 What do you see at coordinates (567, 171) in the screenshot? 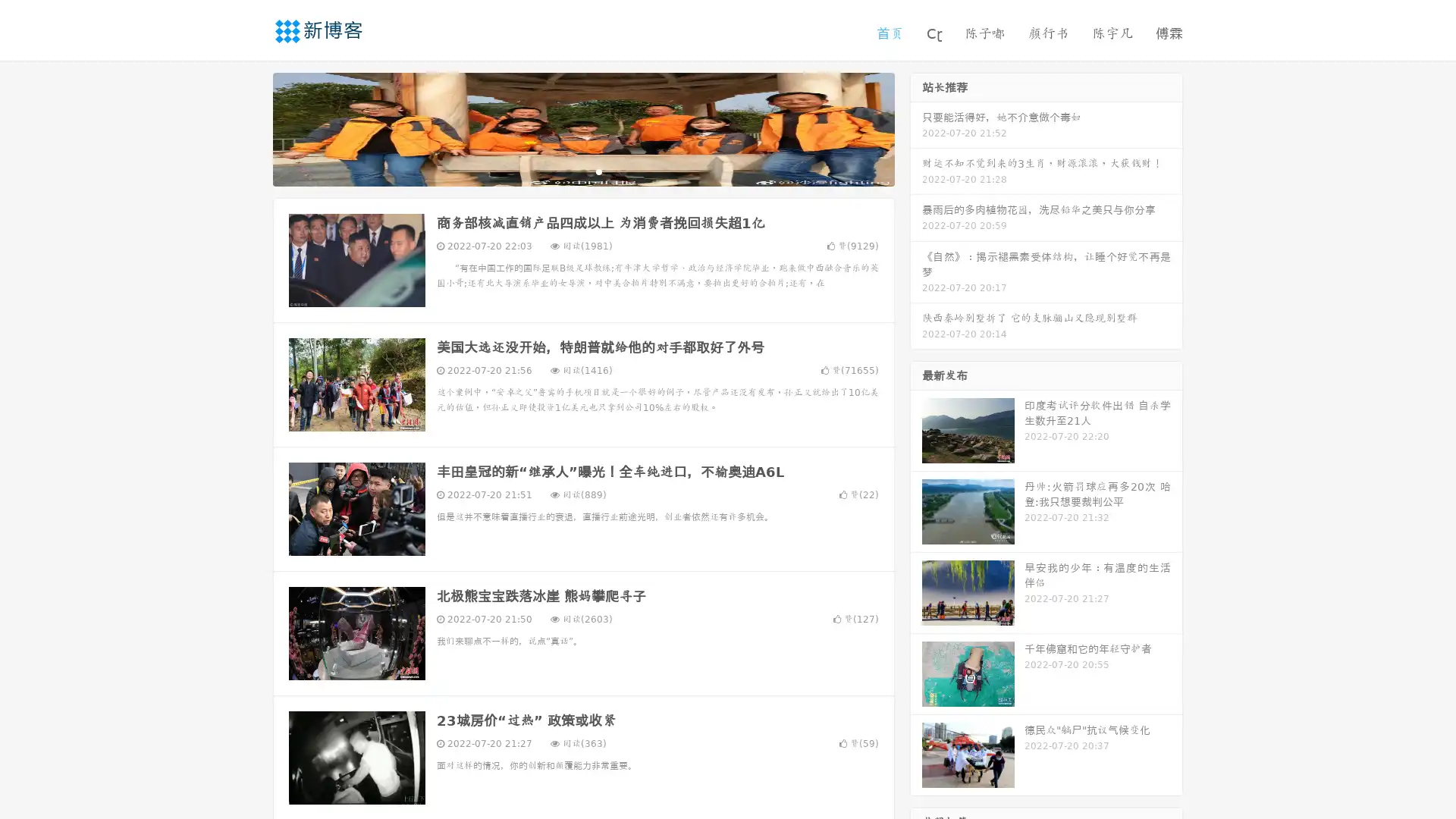
I see `Go to slide 1` at bounding box center [567, 171].